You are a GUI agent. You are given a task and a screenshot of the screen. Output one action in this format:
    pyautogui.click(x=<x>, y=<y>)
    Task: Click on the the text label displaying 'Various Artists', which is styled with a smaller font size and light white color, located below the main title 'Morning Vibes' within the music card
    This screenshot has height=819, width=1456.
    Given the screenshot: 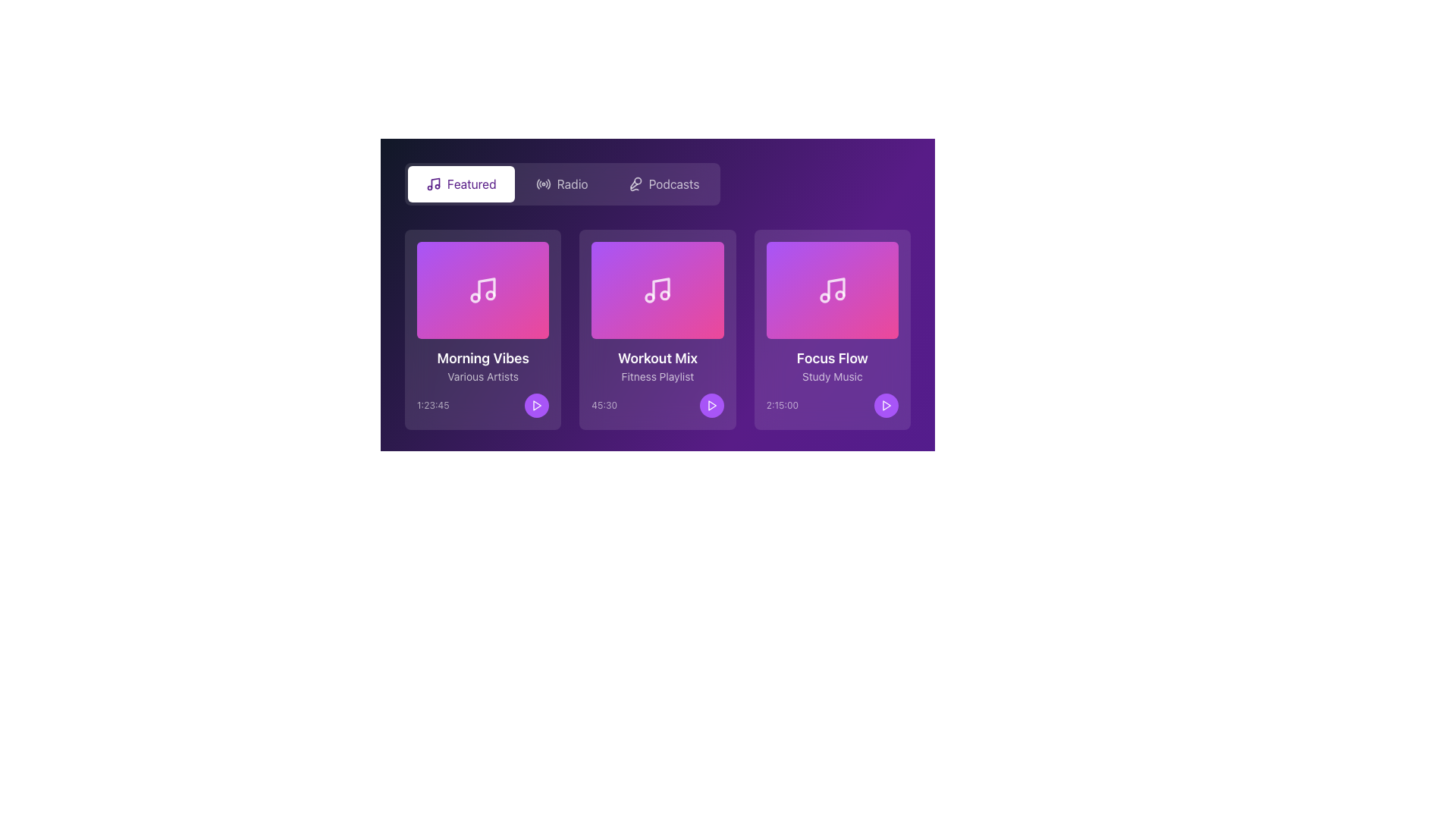 What is the action you would take?
    pyautogui.click(x=482, y=376)
    